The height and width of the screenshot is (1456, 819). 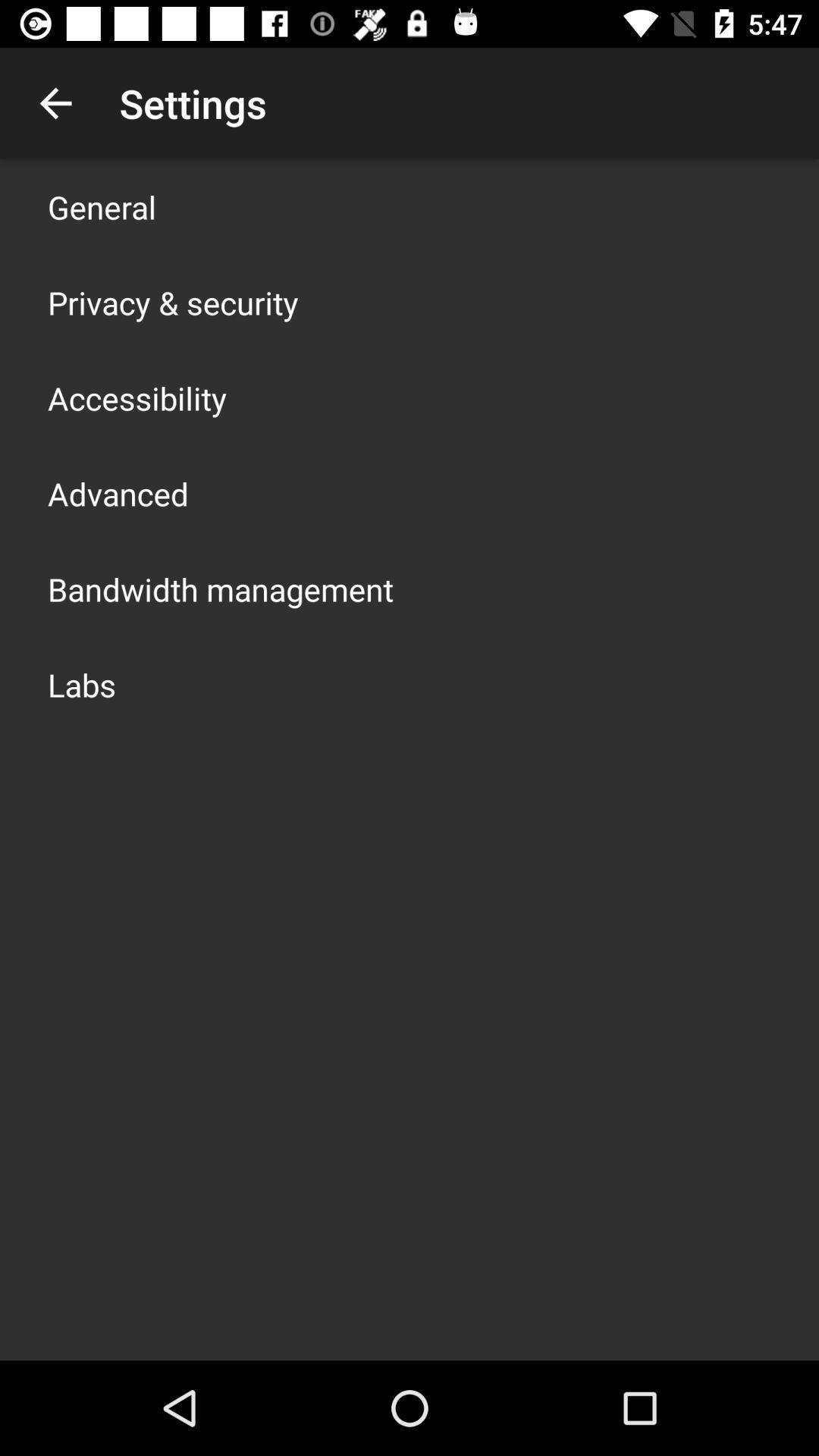 I want to click on the general, so click(x=102, y=206).